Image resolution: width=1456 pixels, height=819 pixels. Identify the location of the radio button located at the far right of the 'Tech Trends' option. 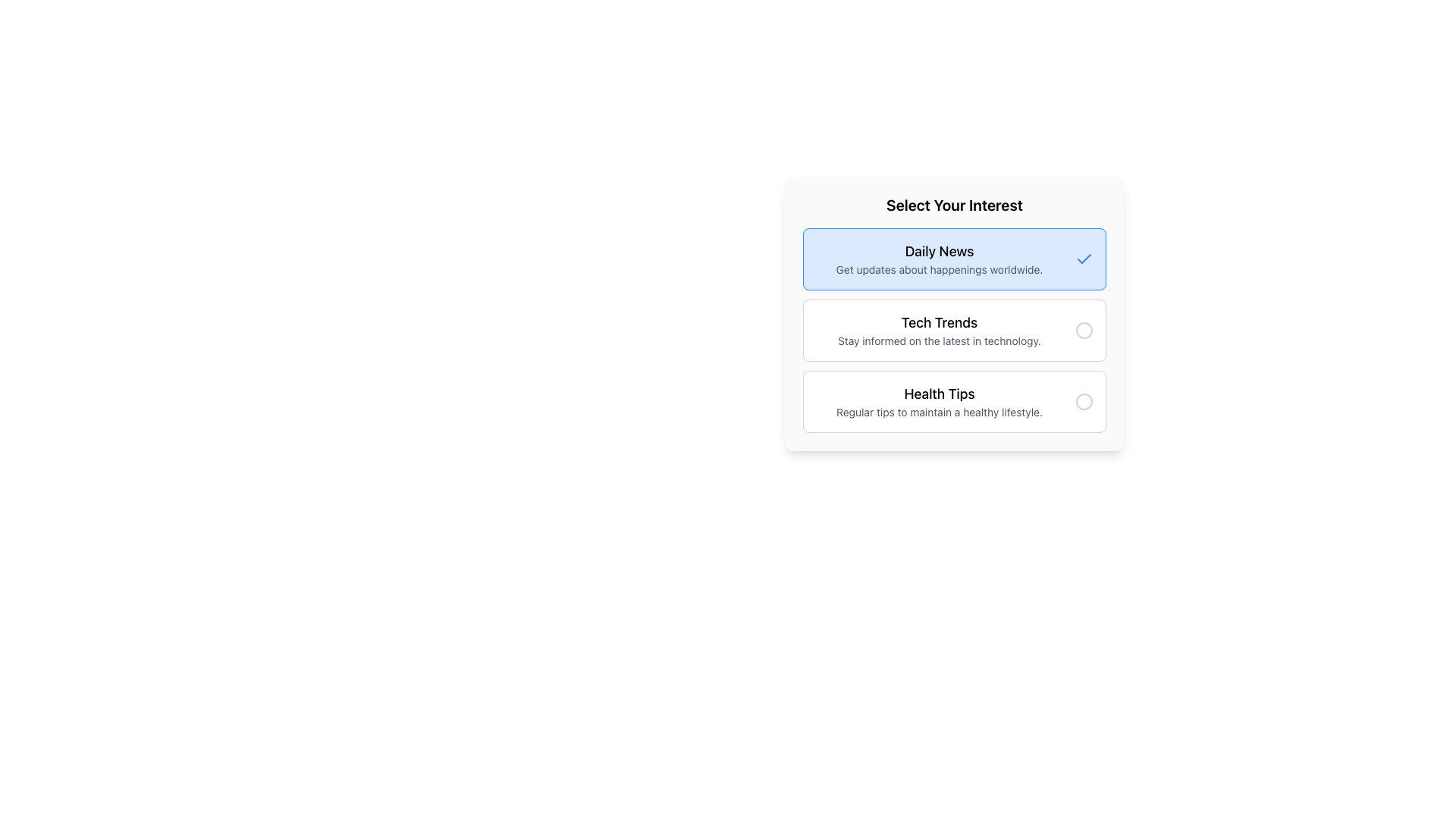
(1084, 329).